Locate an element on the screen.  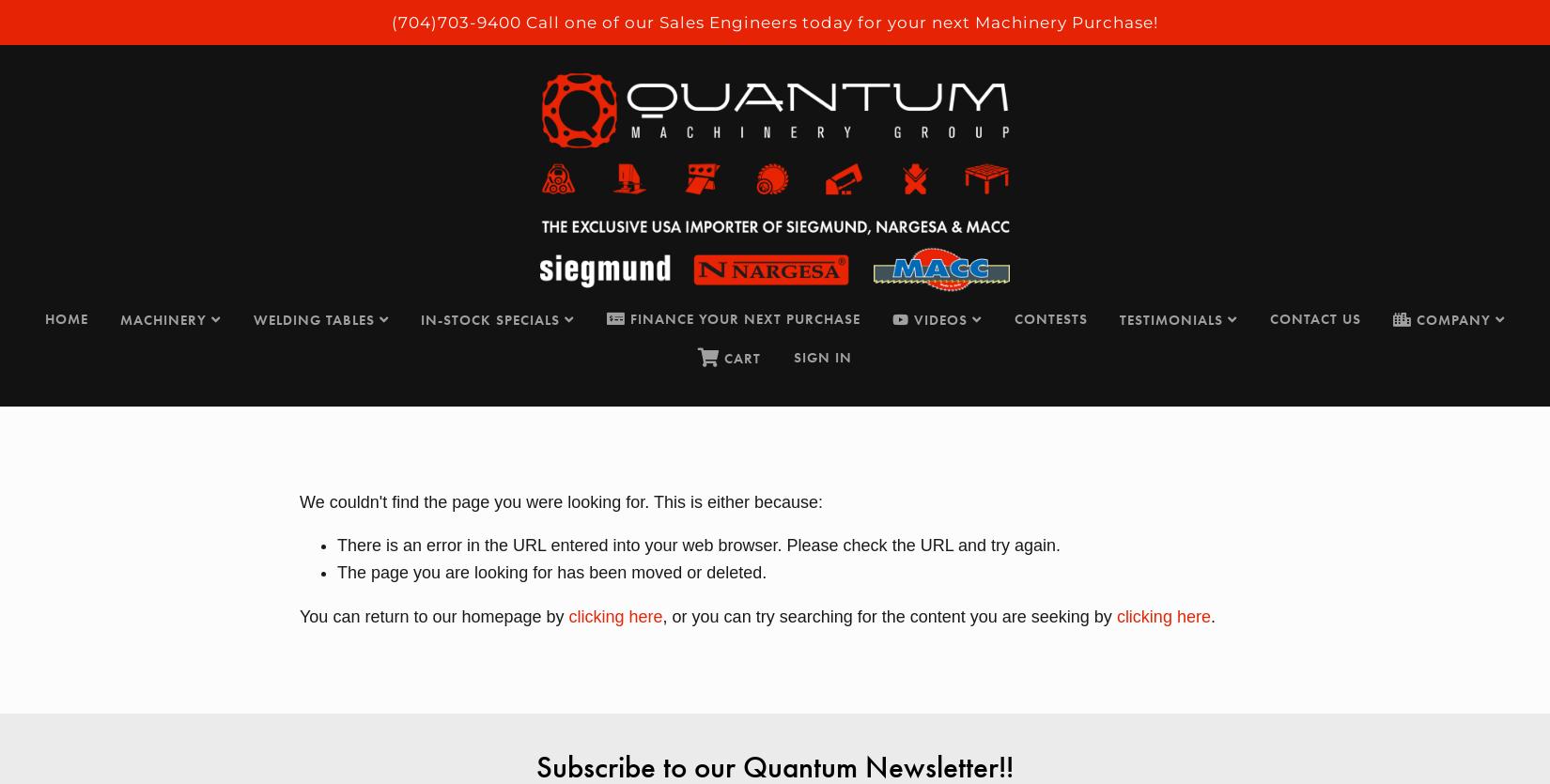
'.' is located at coordinates (1211, 614).